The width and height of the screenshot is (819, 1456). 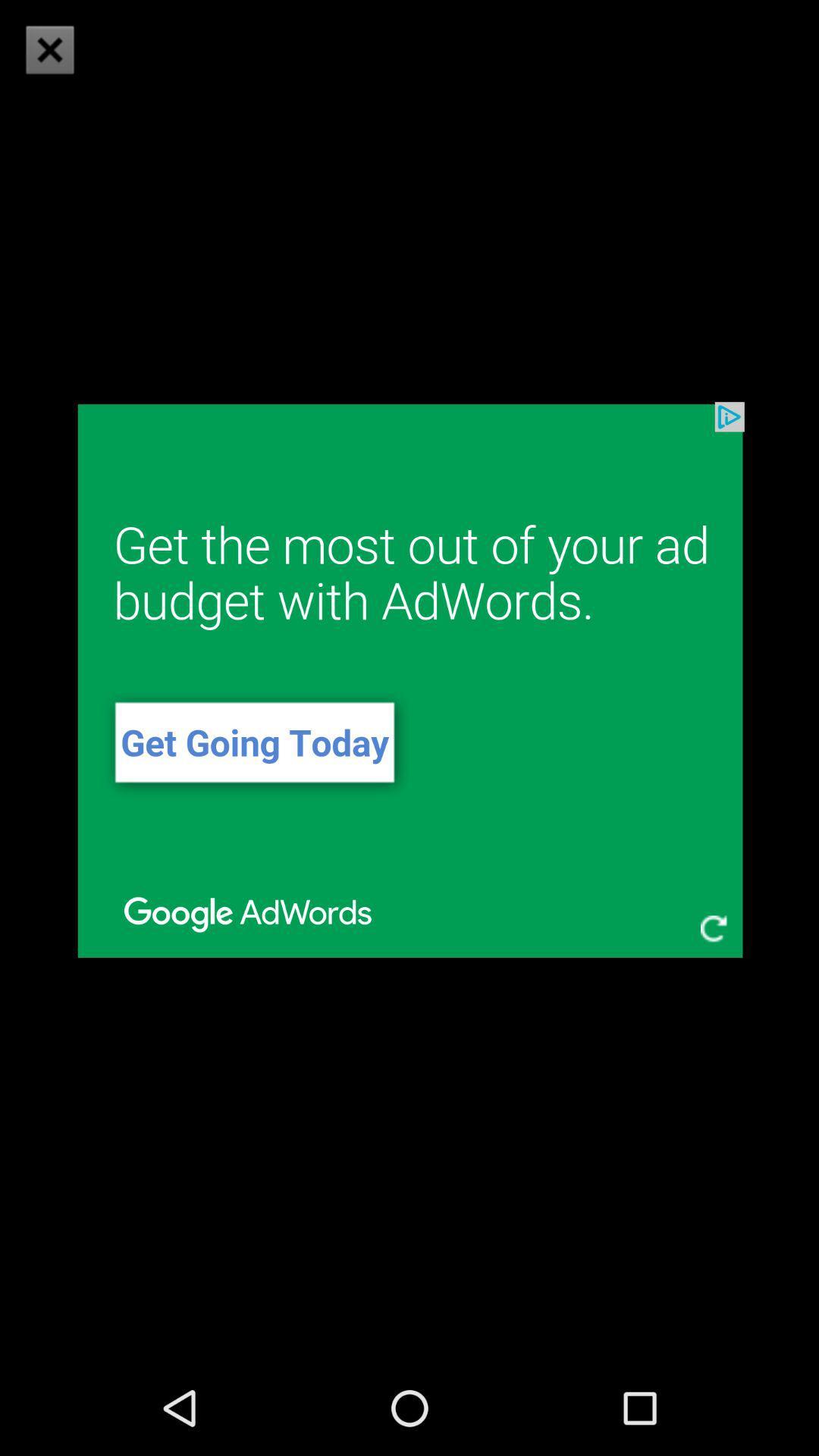 What do you see at coordinates (49, 53) in the screenshot?
I see `the close icon` at bounding box center [49, 53].